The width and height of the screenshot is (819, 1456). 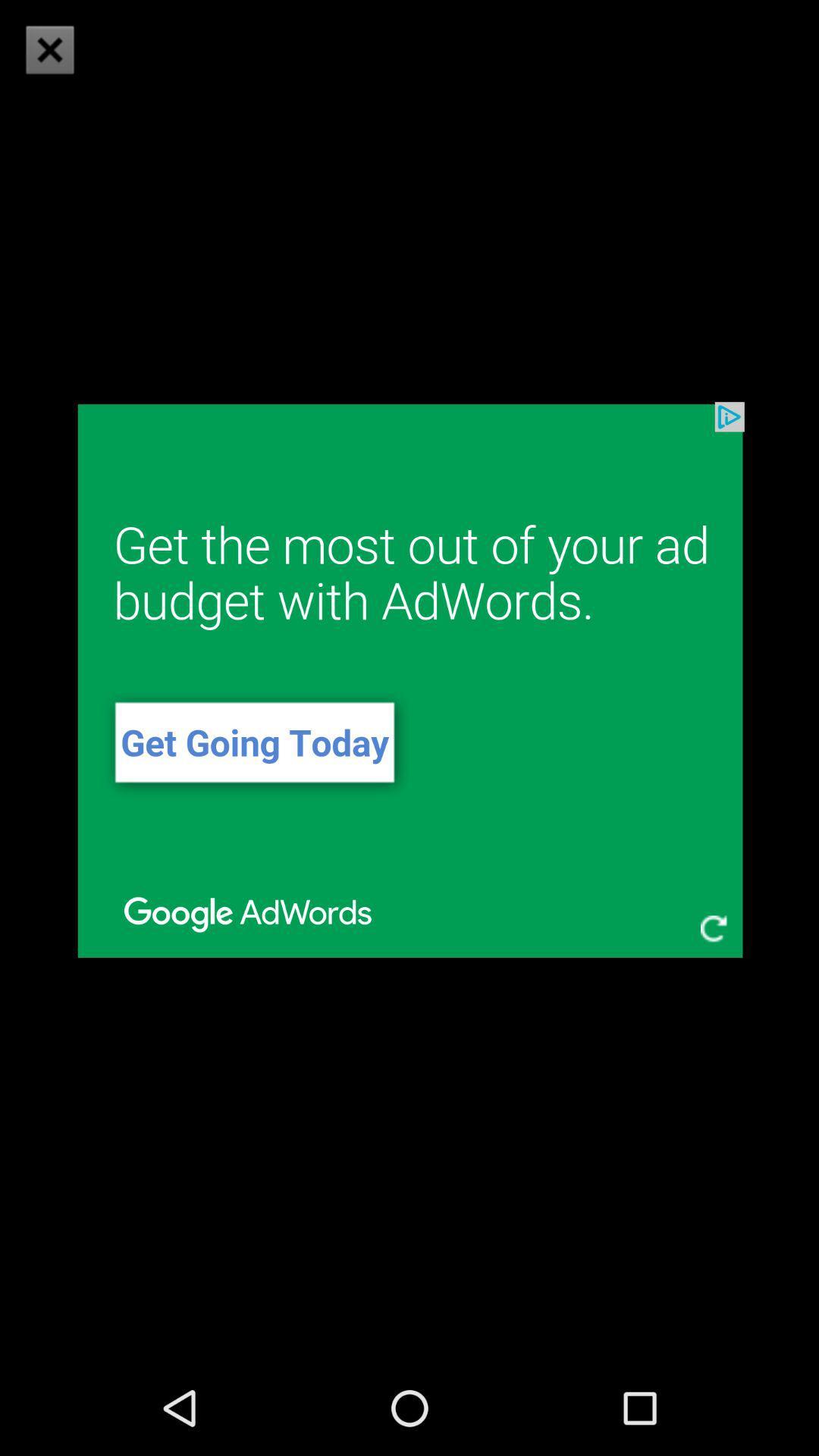 What do you see at coordinates (49, 53) in the screenshot?
I see `the close icon` at bounding box center [49, 53].